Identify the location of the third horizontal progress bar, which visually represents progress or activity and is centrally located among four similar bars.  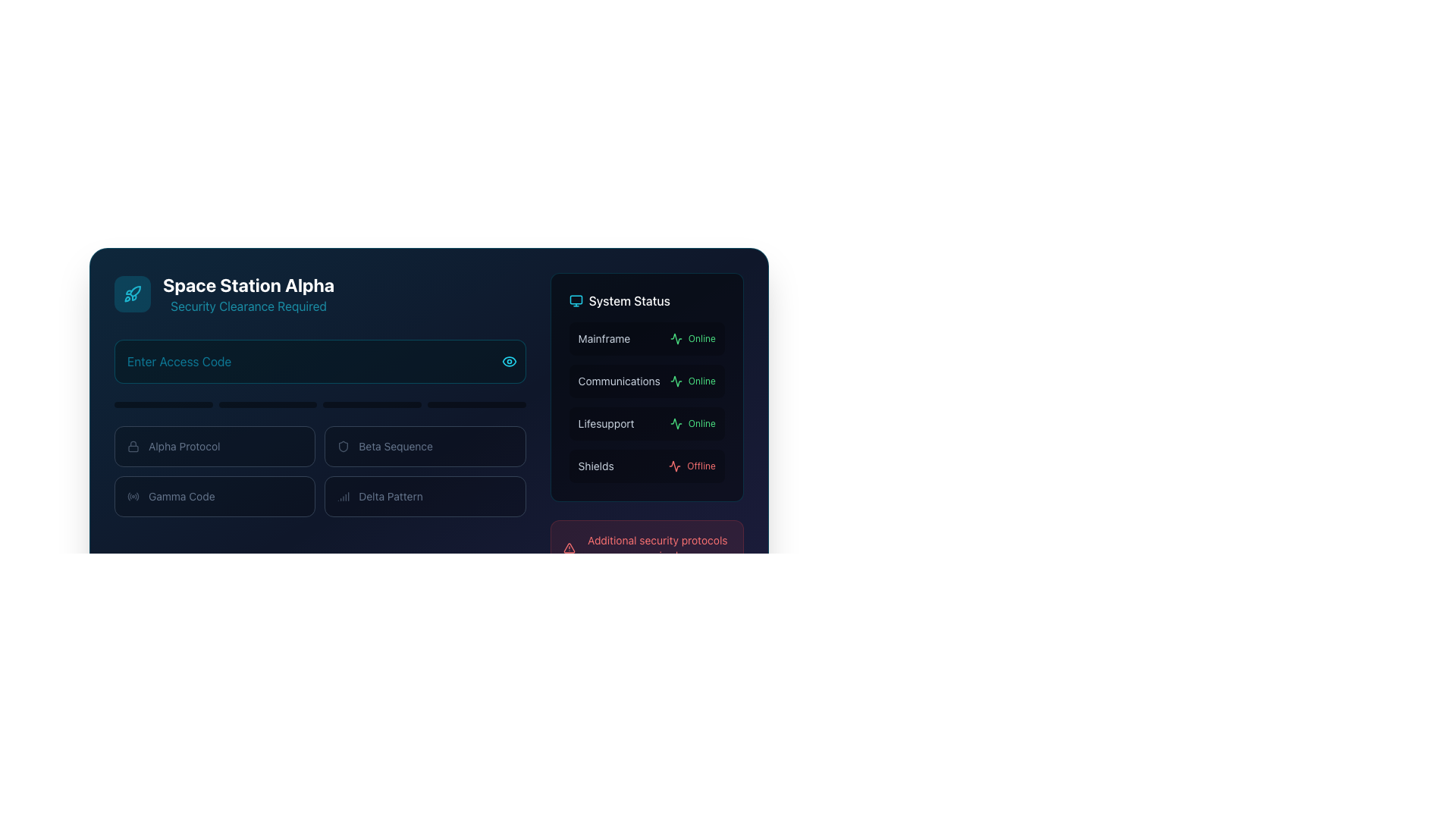
(372, 403).